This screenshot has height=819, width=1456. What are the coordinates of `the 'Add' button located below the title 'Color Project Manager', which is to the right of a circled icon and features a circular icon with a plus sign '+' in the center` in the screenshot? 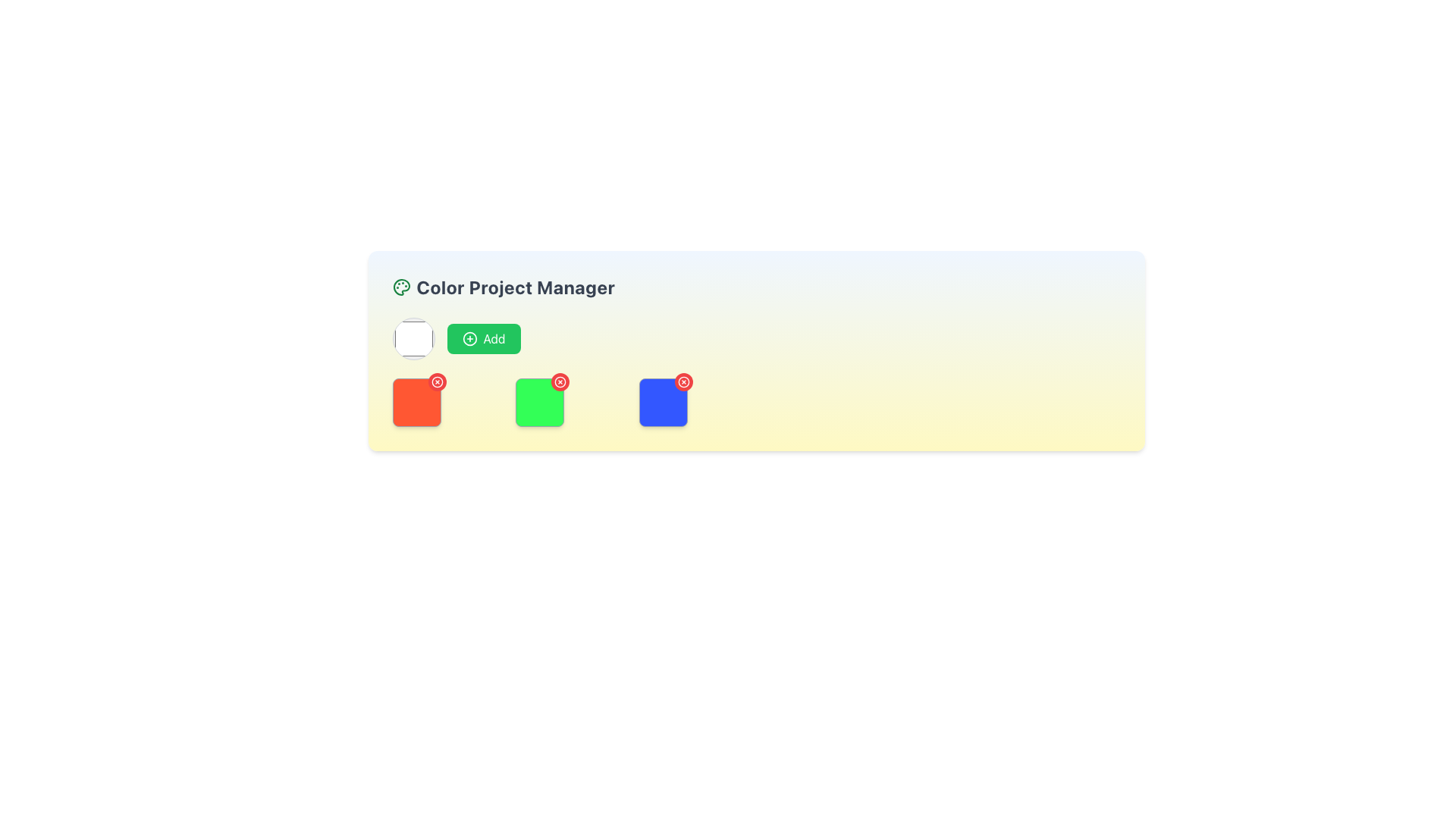 It's located at (469, 338).